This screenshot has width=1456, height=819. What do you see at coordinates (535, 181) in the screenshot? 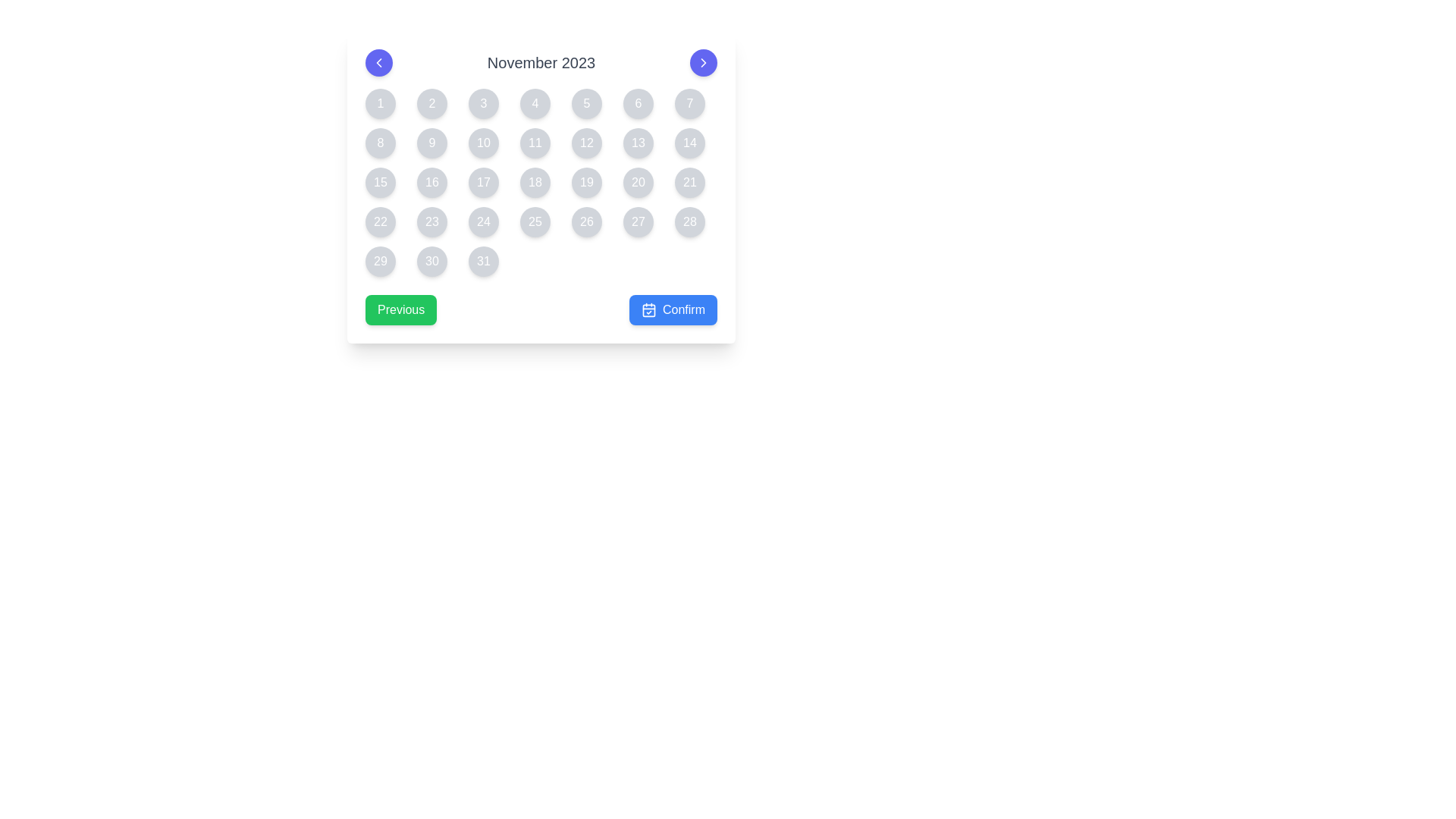
I see `the circular button displaying the number '18' within the calendar interface` at bounding box center [535, 181].